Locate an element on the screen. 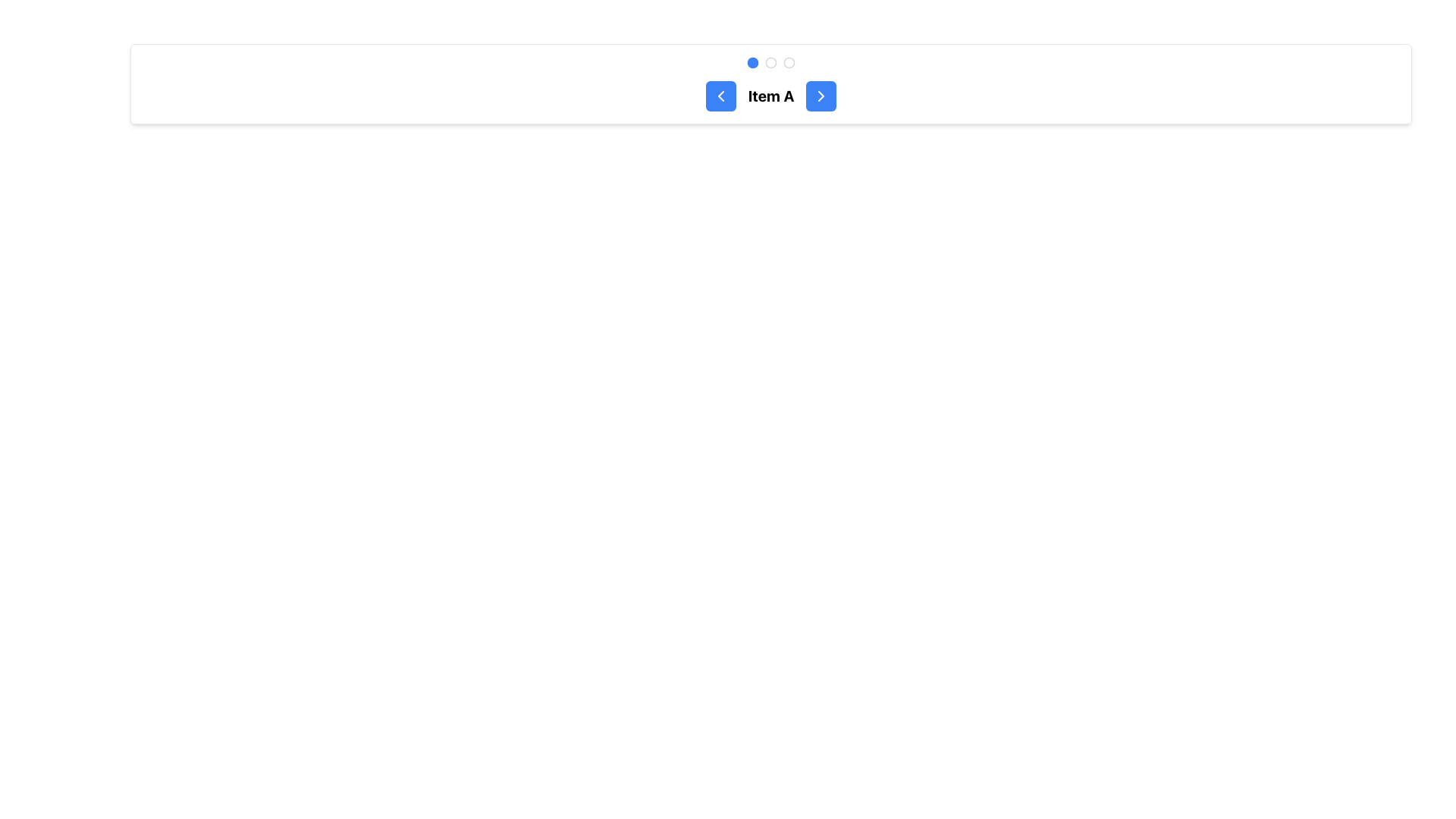  the second circular step indicator located above the text label 'Item A' is located at coordinates (771, 62).